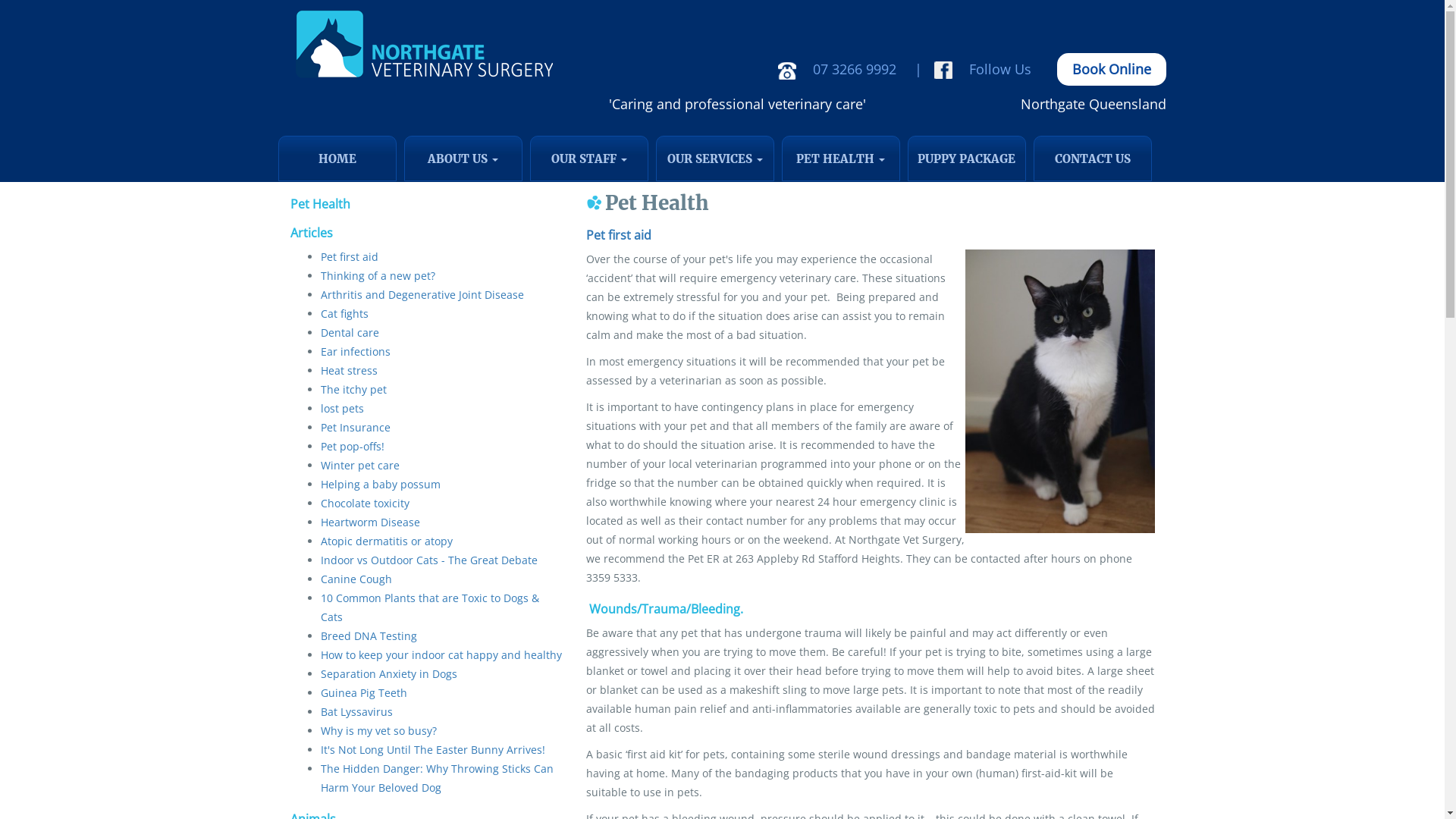  I want to click on 'Pet pop-offs!', so click(351, 445).